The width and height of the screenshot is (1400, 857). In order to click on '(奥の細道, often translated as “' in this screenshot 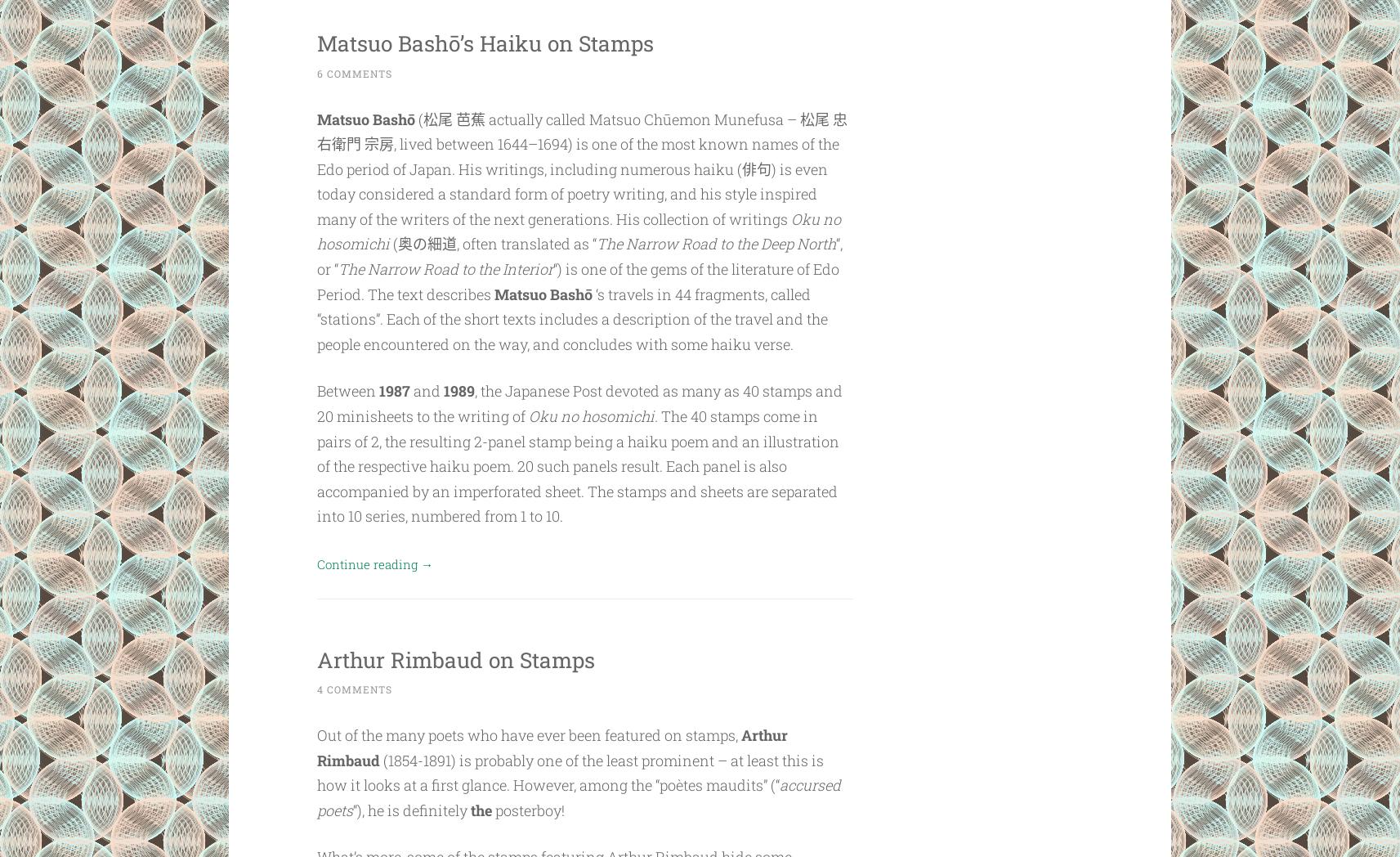, I will do `click(389, 243)`.